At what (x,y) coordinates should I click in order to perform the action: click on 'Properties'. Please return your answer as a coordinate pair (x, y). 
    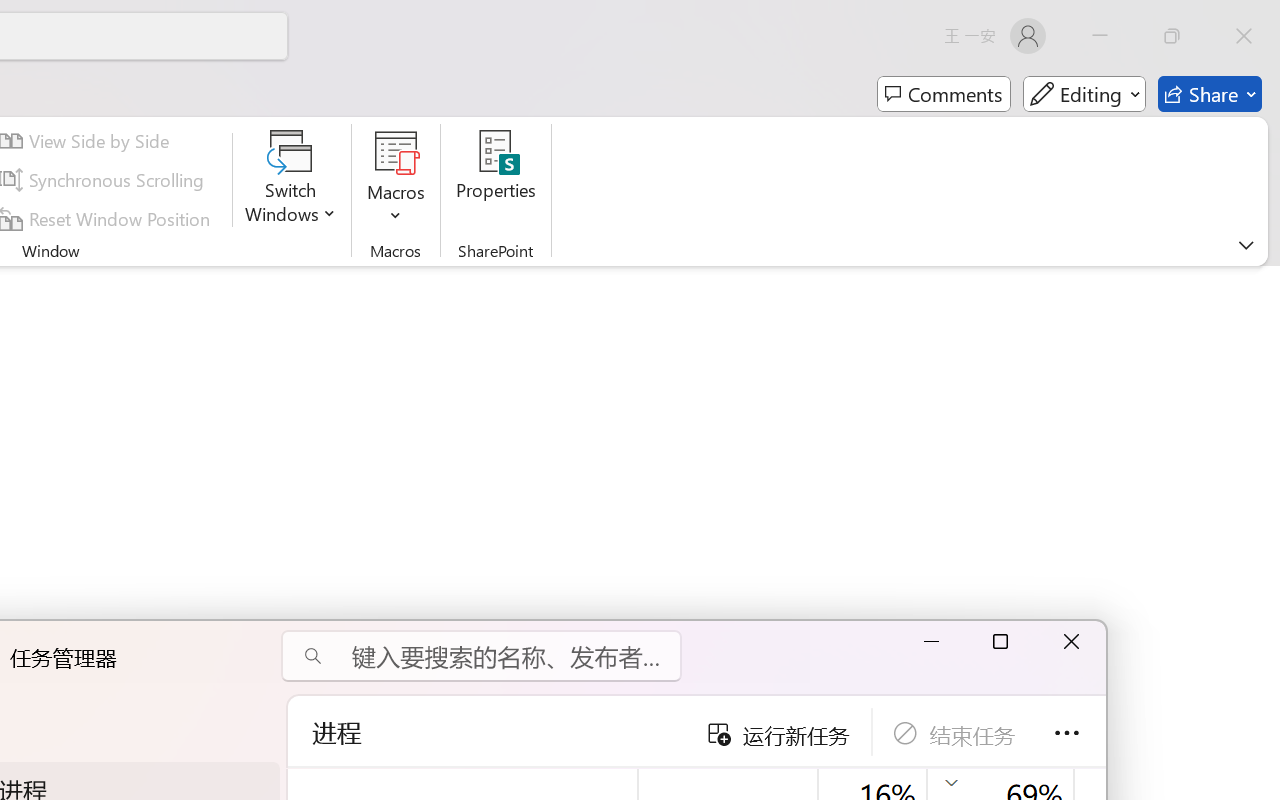
    Looking at the image, I should click on (496, 179).